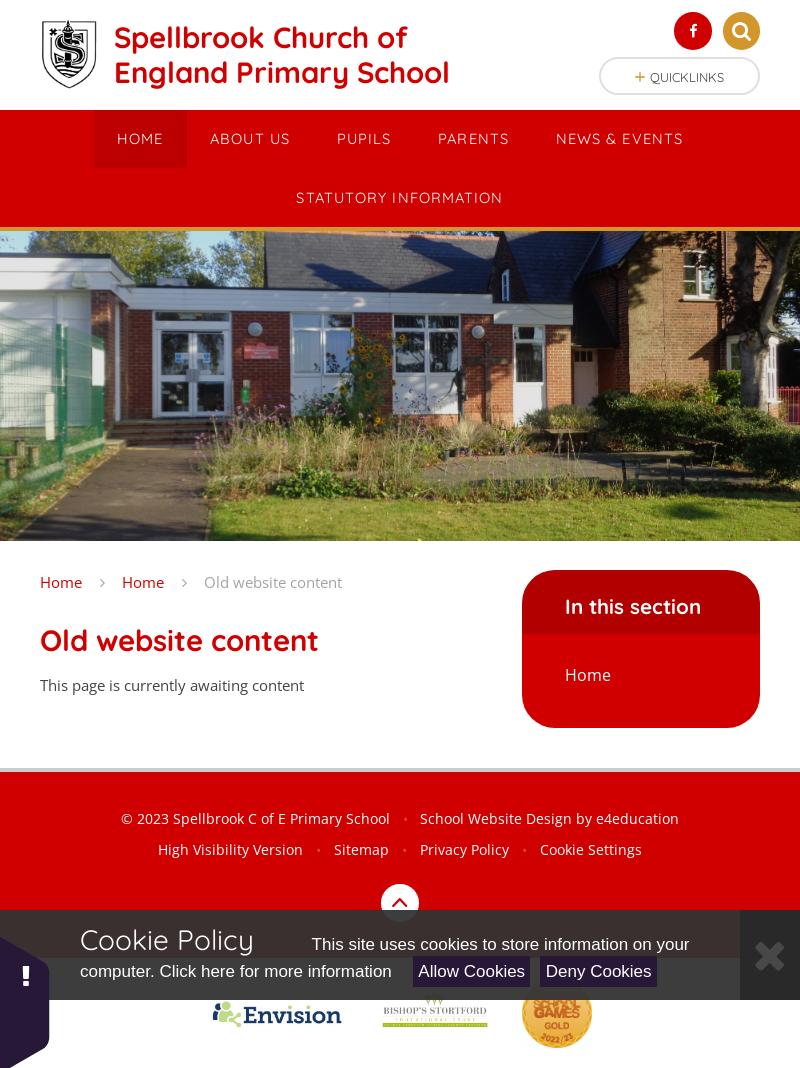 Image resolution: width=800 pixels, height=1068 pixels. I want to click on 'Great St Mary's Church, Sawbridgeworth', so click(298, 394).